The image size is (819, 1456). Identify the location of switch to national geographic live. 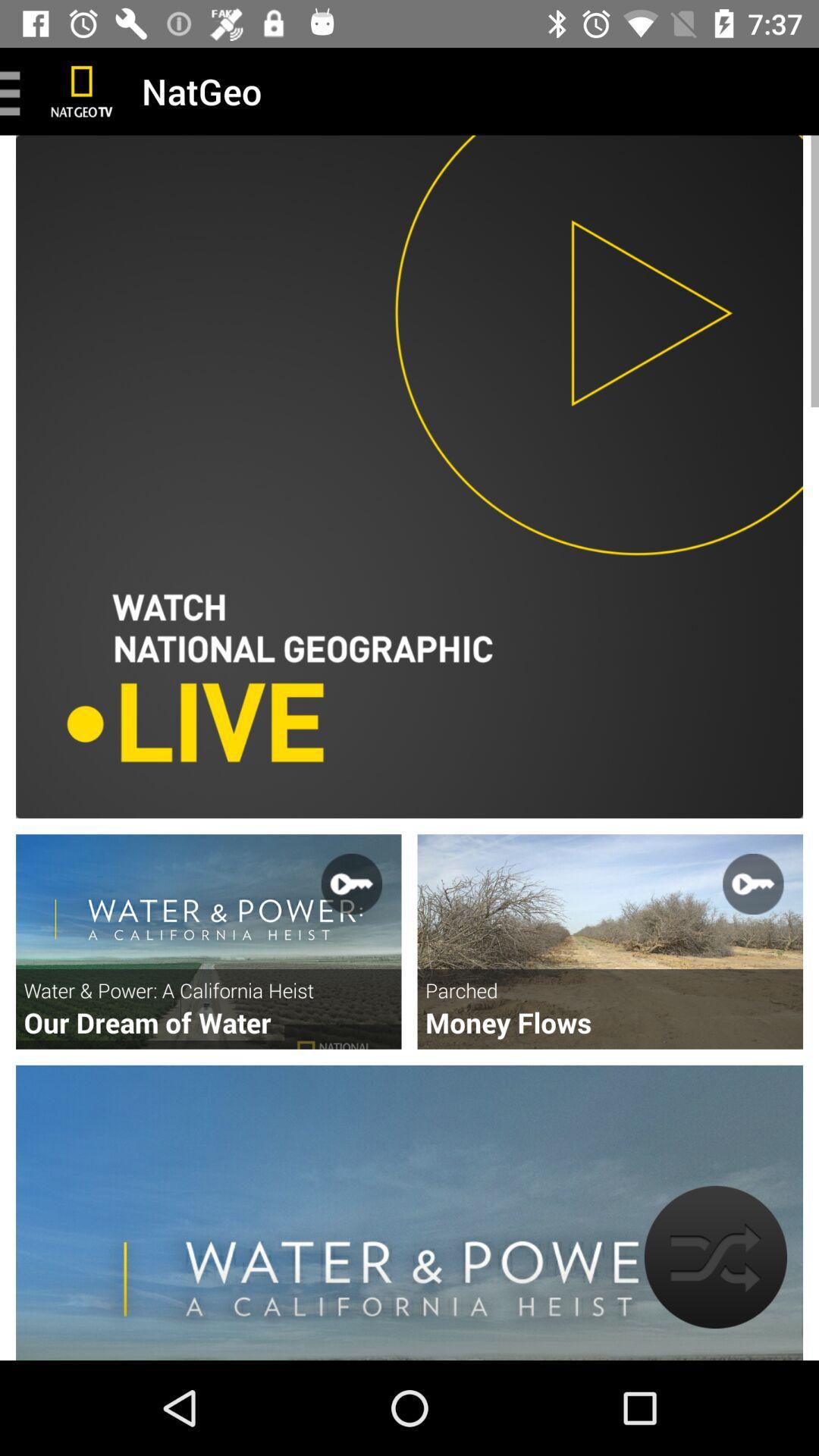
(409, 475).